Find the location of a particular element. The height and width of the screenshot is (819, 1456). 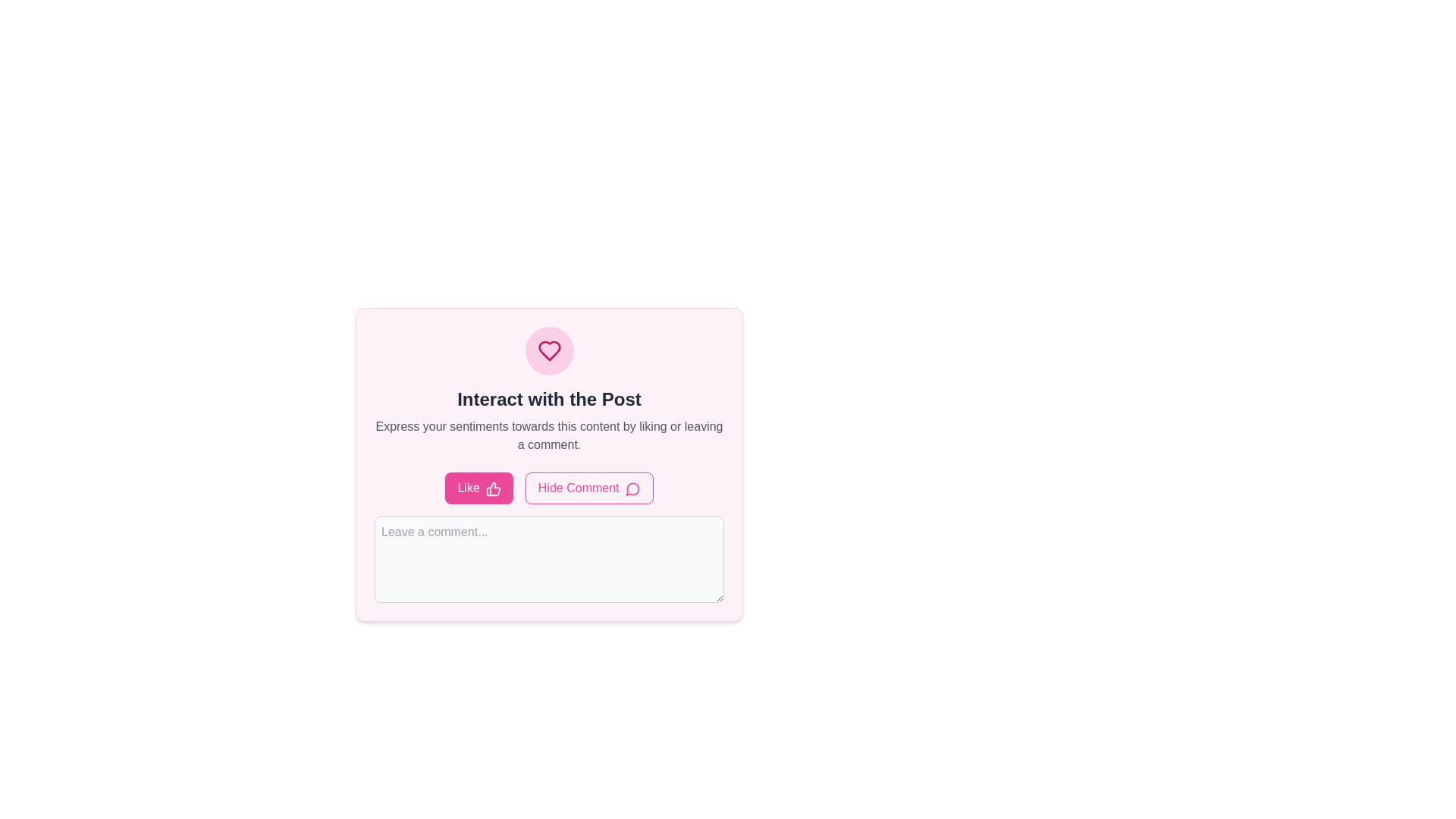

the thumbs up icon located within the 'Like' button at the bottom center of the interface is located at coordinates (493, 488).